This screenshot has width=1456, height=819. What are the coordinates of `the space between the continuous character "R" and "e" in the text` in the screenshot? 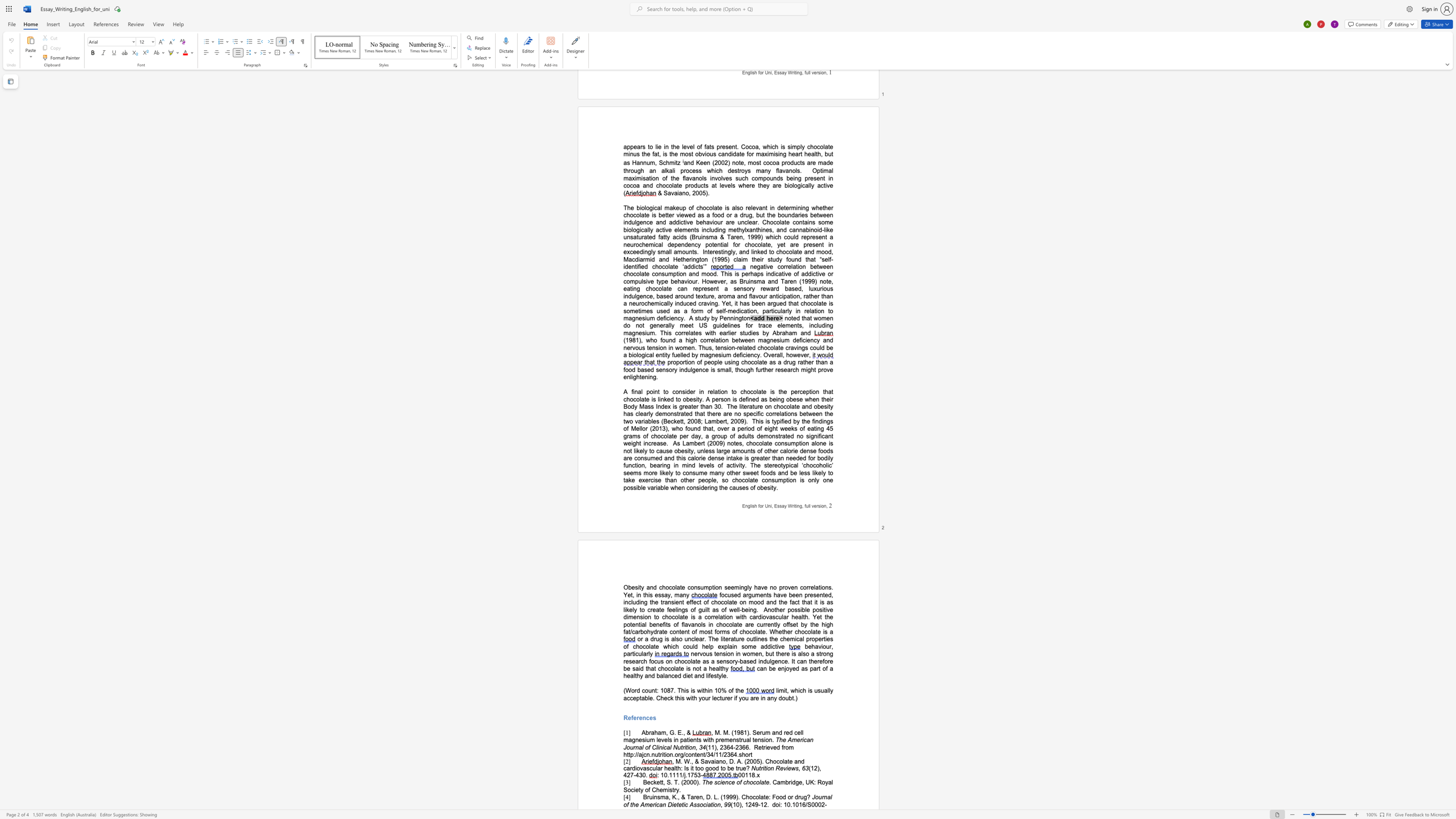 It's located at (627, 717).